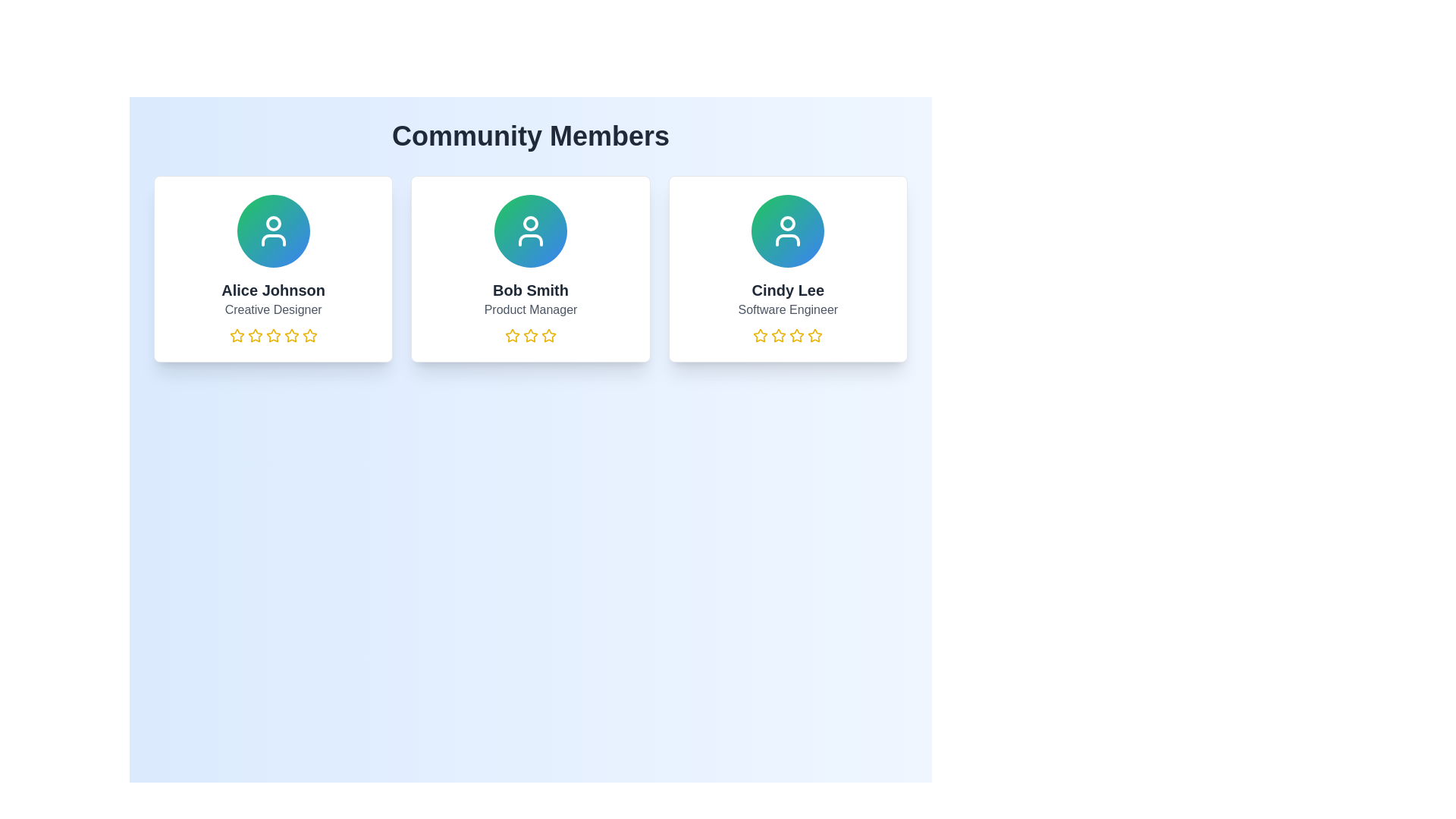 Image resolution: width=1456 pixels, height=819 pixels. I want to click on the third star-shaped rating icon filled with bright yellow color under the text 'Cindy Lee - Software Engineer' to set the corresponding rating, so click(814, 334).